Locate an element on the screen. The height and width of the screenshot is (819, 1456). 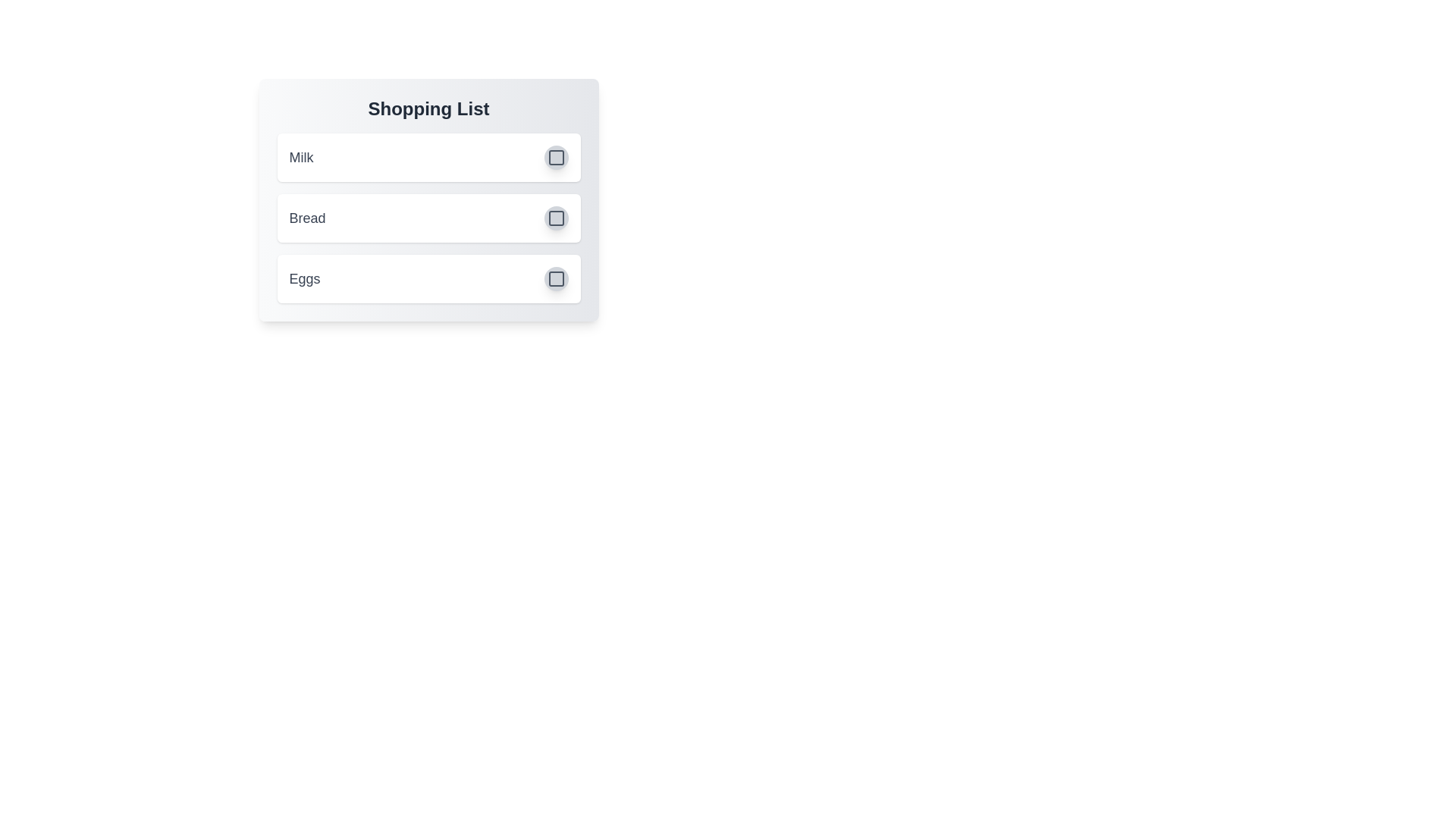
the text of the item 'Milk' to select it is located at coordinates (301, 158).